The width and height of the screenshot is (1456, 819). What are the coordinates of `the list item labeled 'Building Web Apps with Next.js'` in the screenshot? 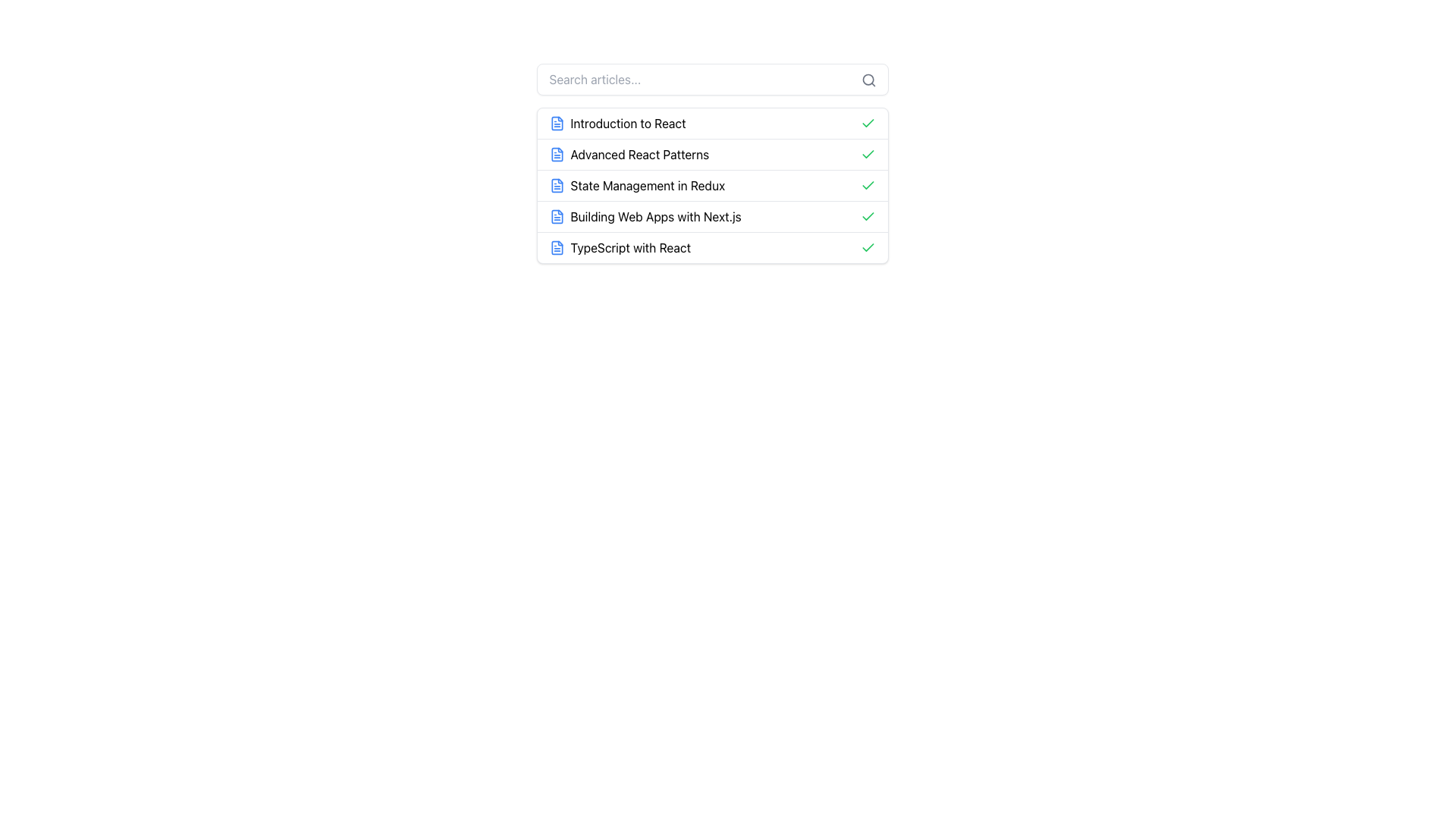 It's located at (711, 216).